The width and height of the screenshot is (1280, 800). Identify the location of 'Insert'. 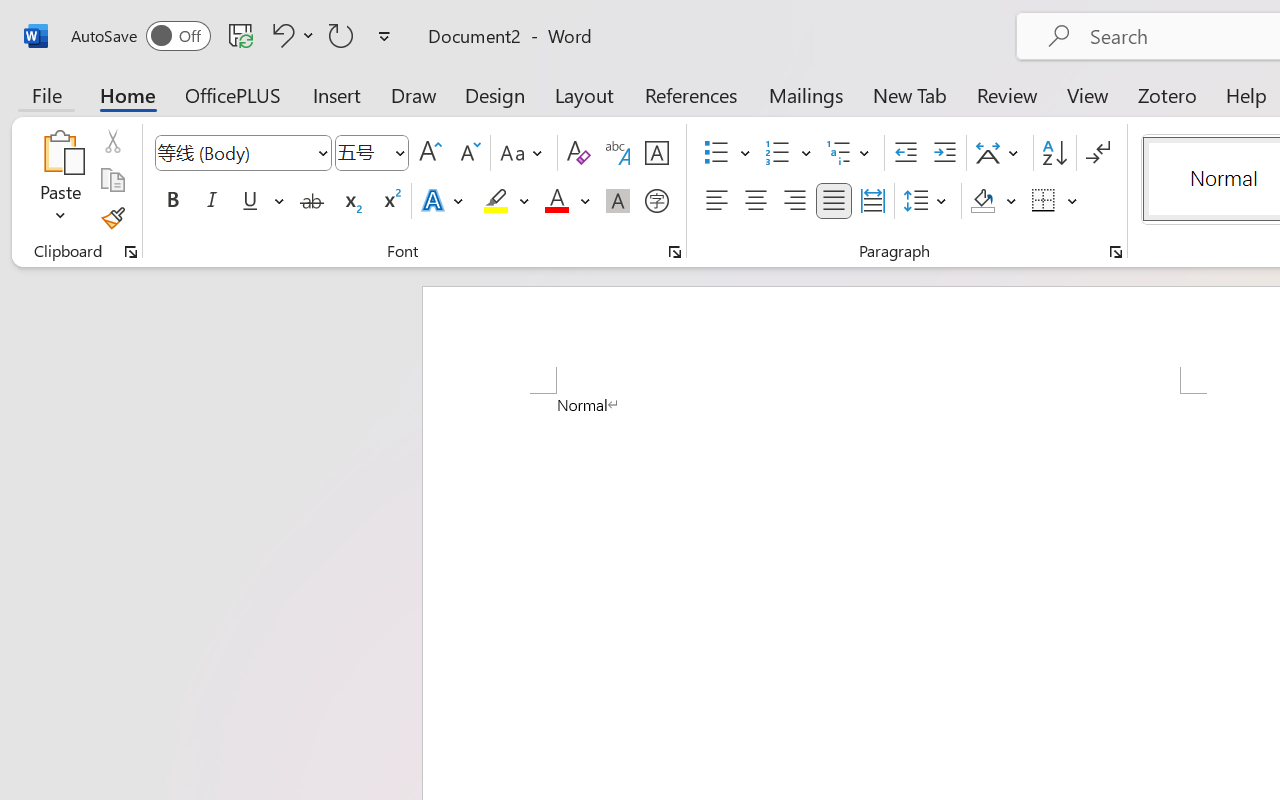
(337, 94).